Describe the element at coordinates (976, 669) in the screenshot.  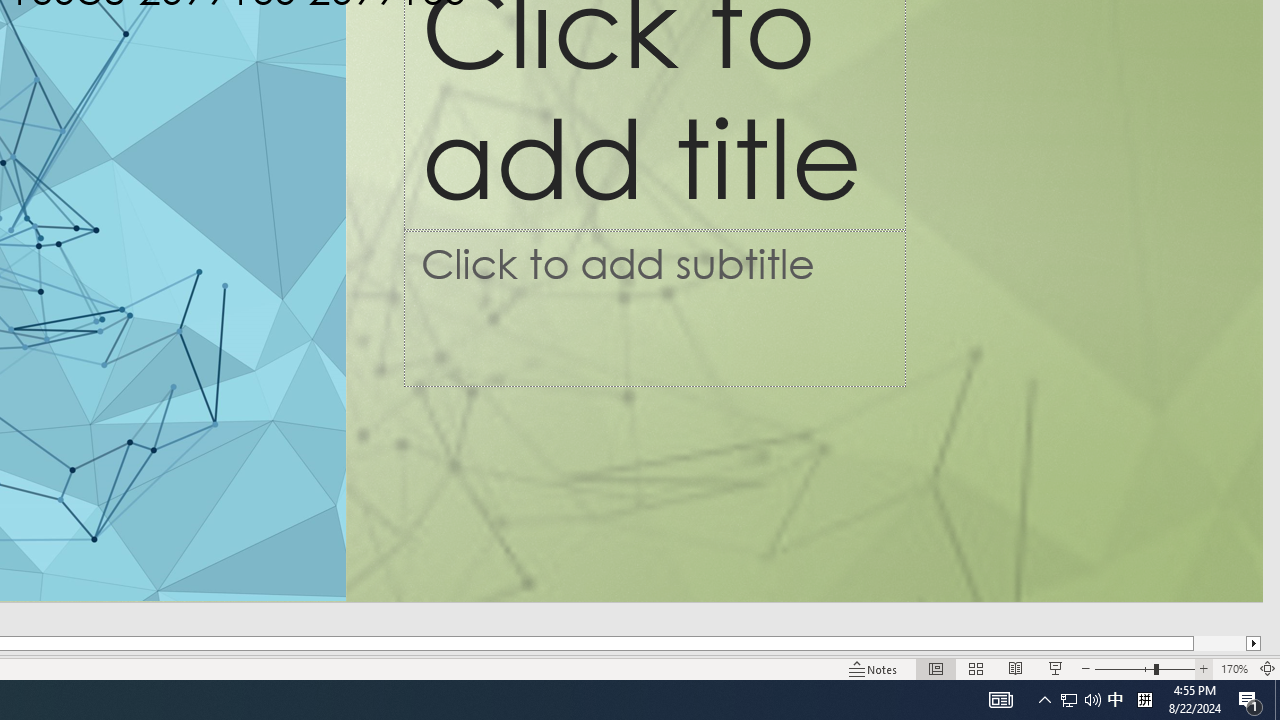
I see `'Slide Sorter'` at that location.